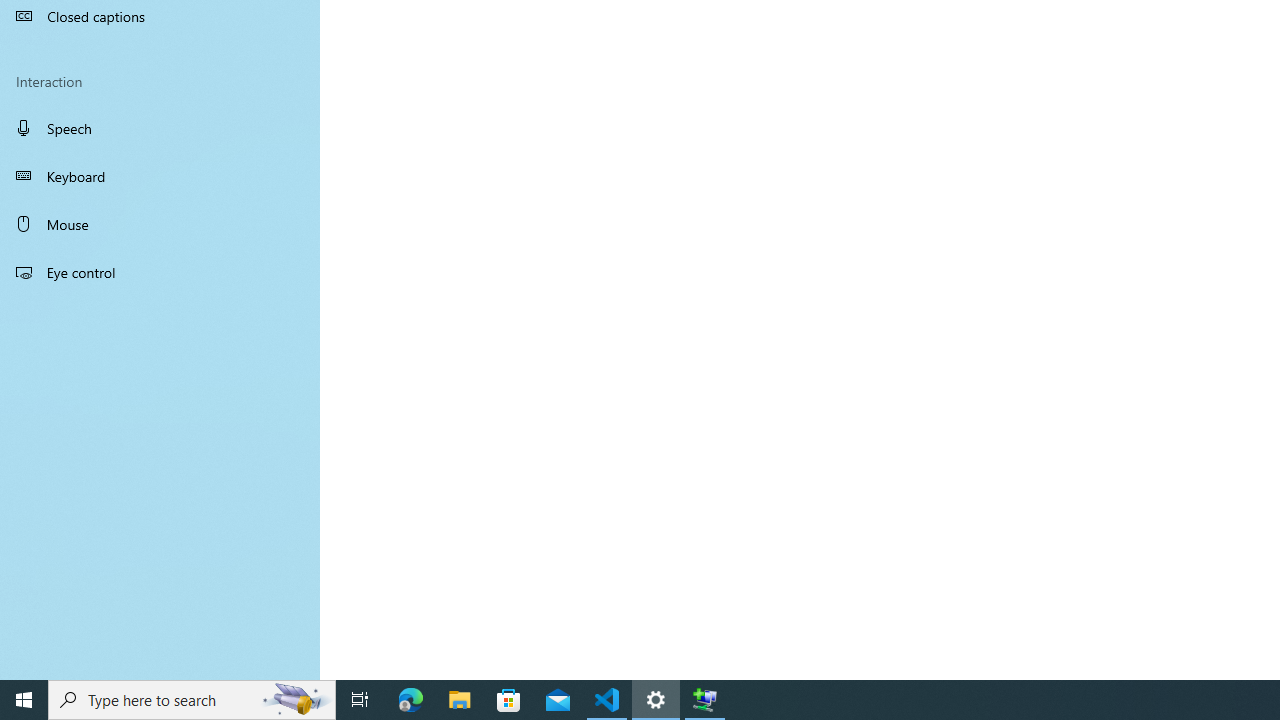 This screenshot has width=1280, height=720. What do you see at coordinates (410, 698) in the screenshot?
I see `'Microsoft Edge'` at bounding box center [410, 698].